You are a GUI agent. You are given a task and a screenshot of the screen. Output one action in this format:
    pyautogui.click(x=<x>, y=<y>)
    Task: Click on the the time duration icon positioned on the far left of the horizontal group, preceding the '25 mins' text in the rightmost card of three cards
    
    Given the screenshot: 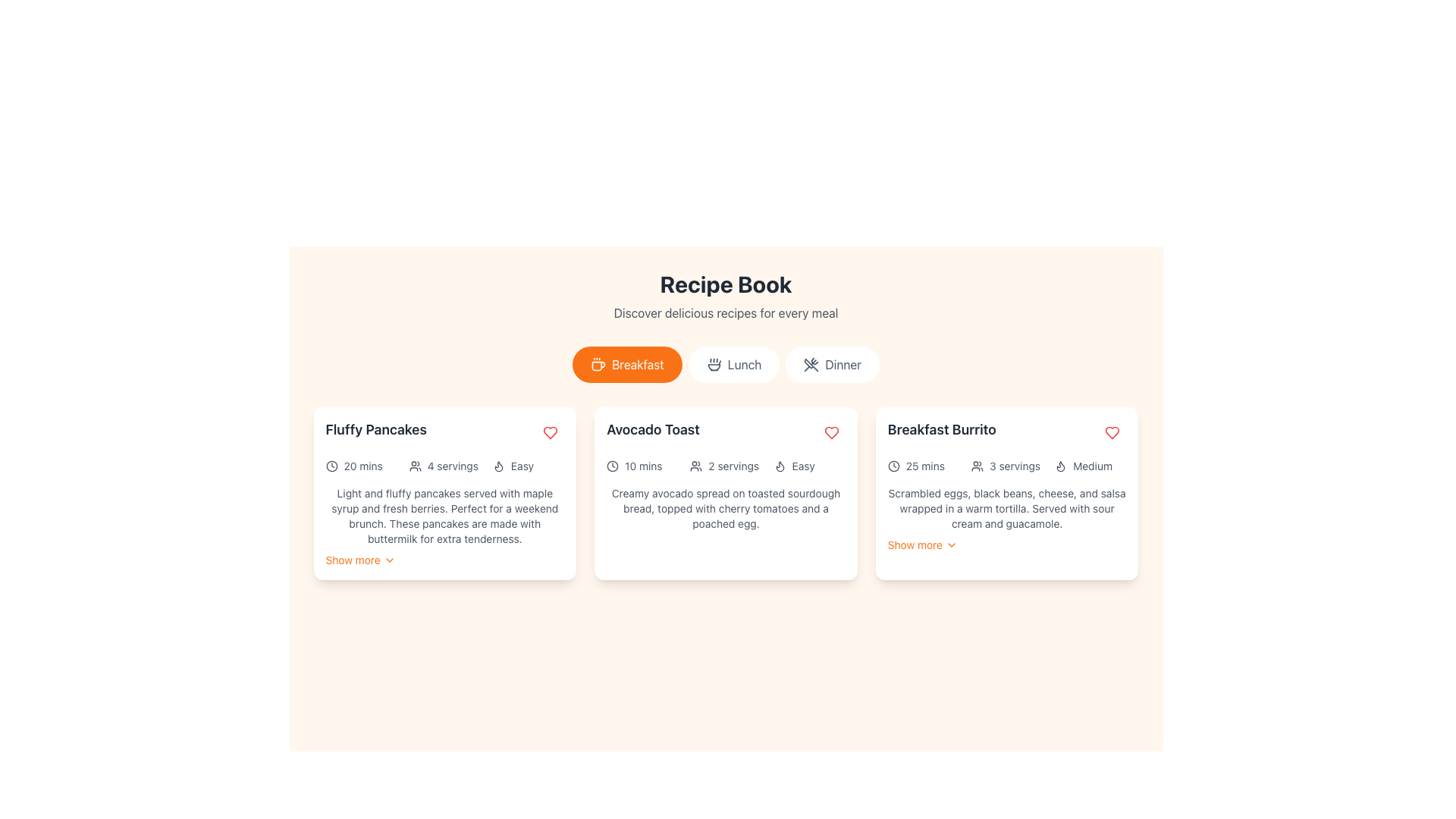 What is the action you would take?
    pyautogui.click(x=893, y=465)
    